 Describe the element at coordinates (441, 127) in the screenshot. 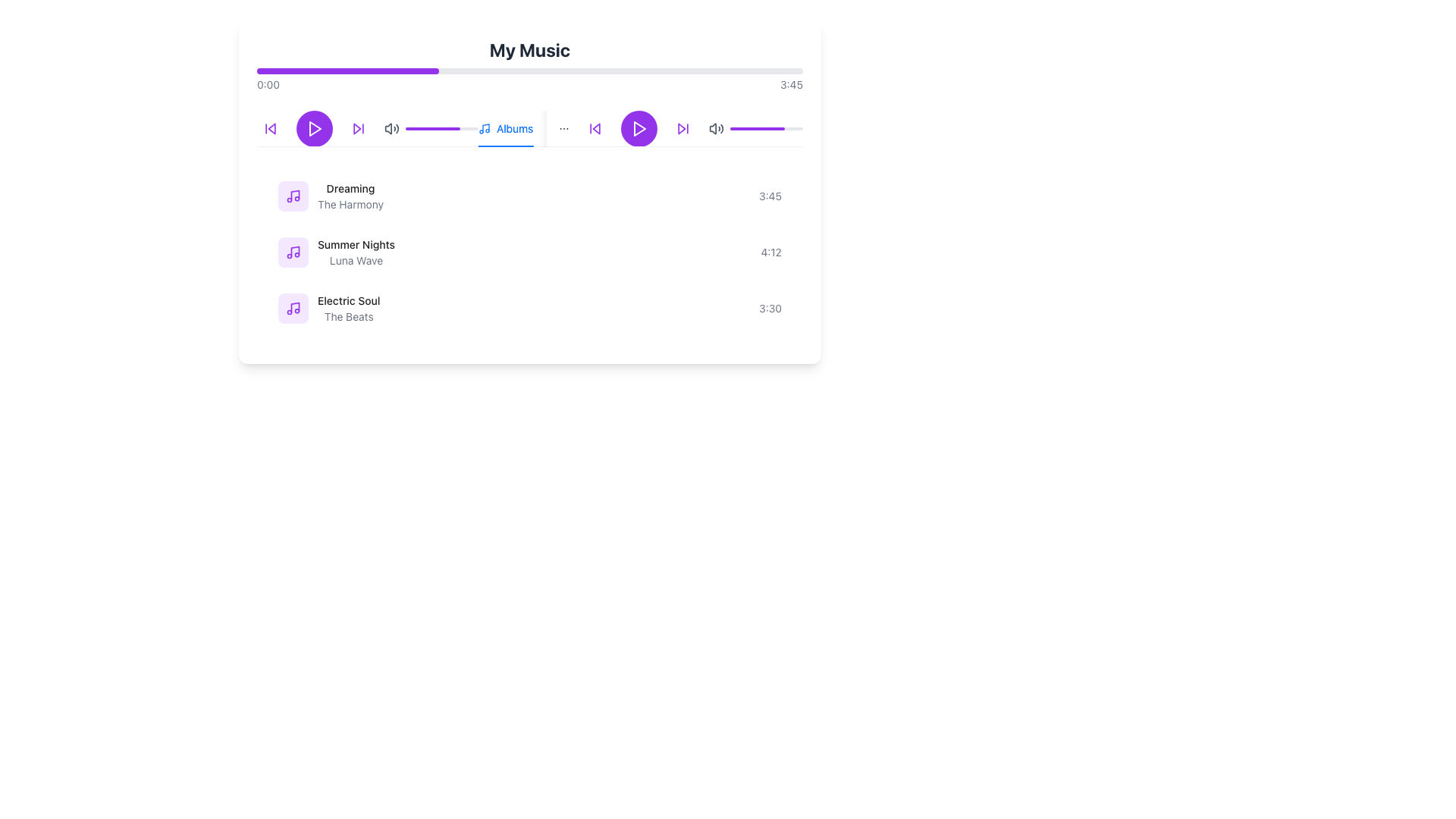

I see `the progress indicator, which is a horizontal progress bar with a gray background and a purple foreground, located near the top middle of the interface below the volume control icon` at that location.